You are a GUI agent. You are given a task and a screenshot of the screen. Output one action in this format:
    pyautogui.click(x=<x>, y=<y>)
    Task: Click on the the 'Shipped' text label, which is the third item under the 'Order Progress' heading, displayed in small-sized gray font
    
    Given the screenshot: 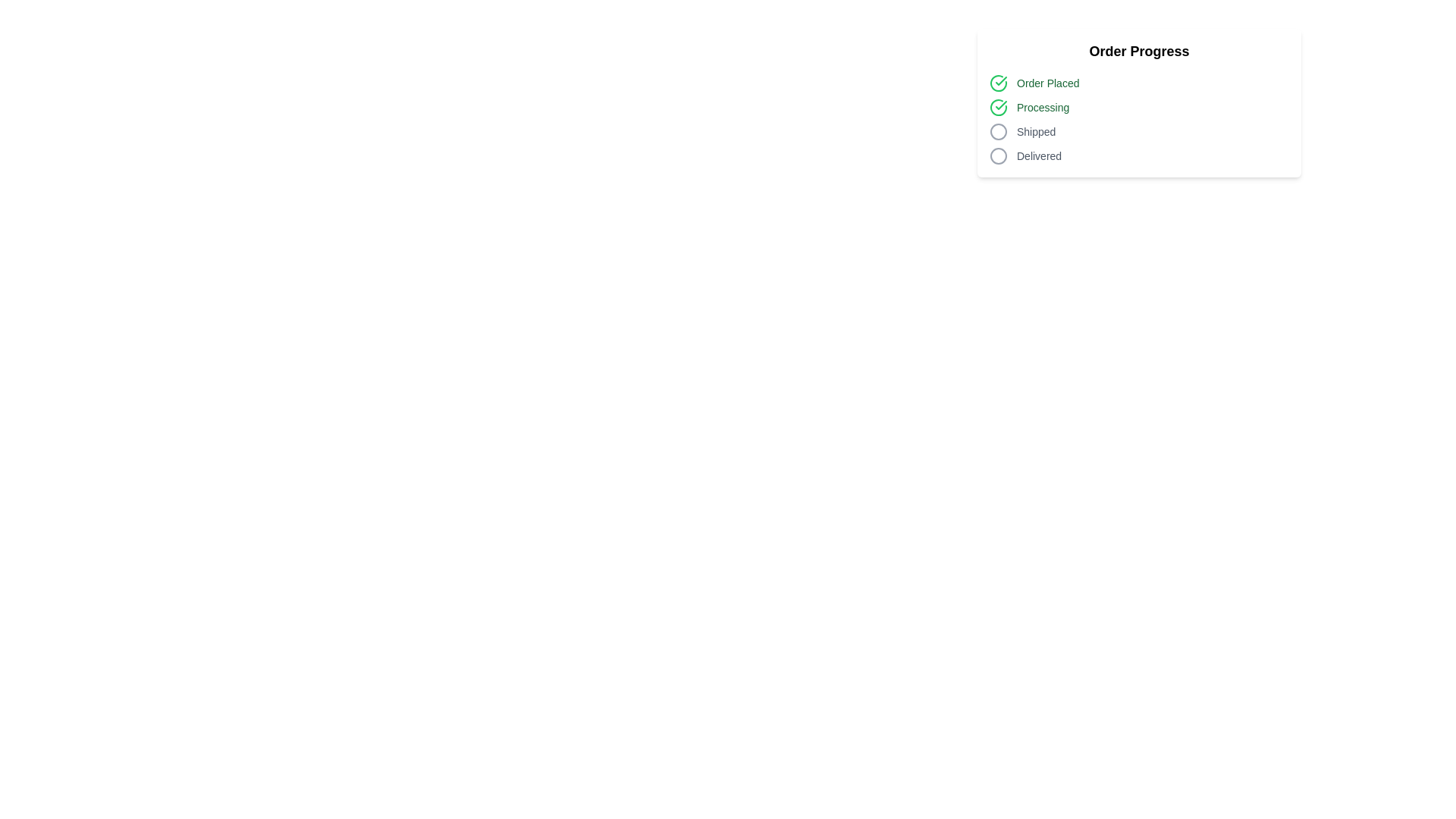 What is the action you would take?
    pyautogui.click(x=1035, y=130)
    